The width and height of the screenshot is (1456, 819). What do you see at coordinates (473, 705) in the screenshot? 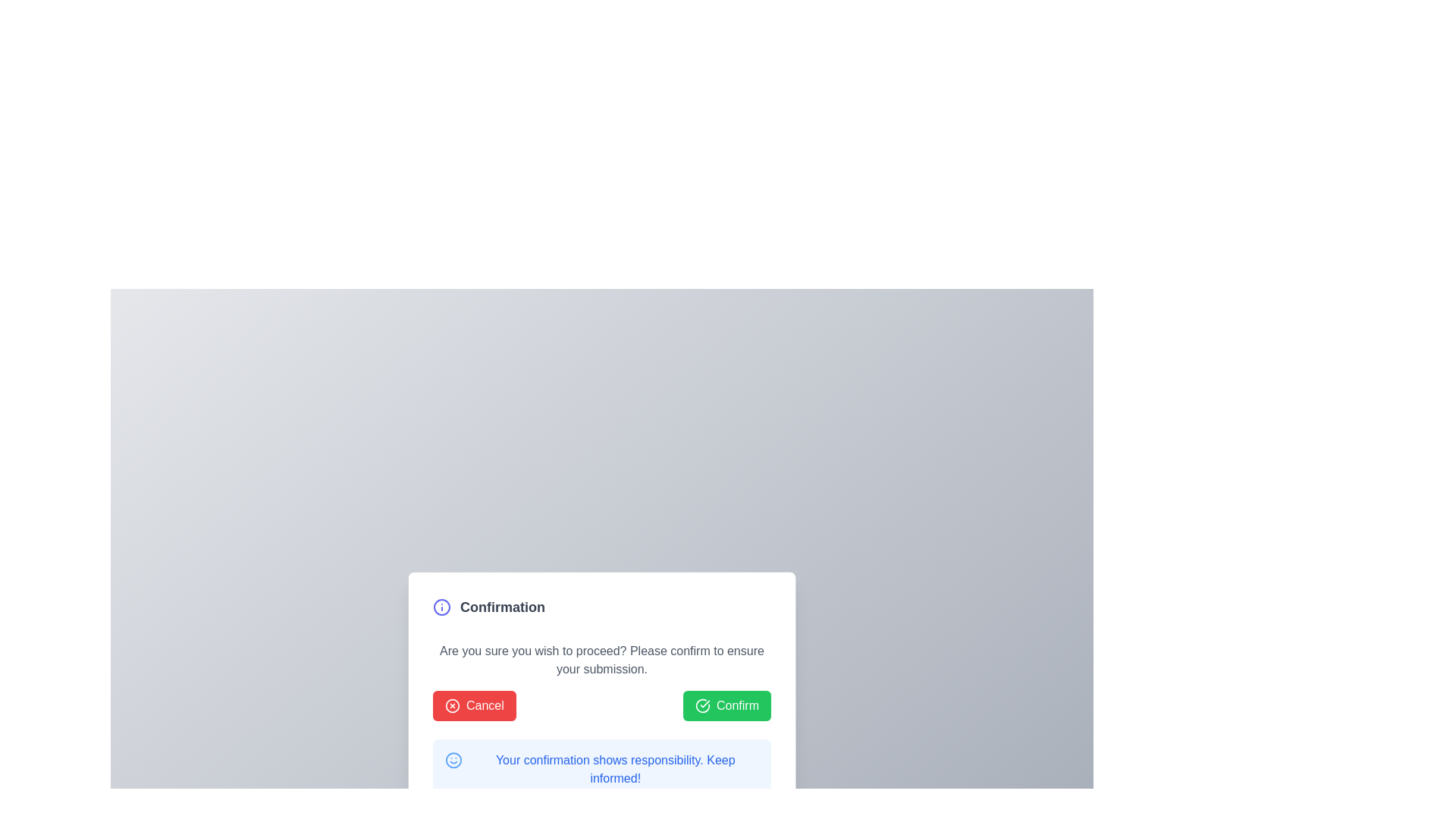
I see `the cancel button located at the bottom right corner of the modal dialog box` at bounding box center [473, 705].